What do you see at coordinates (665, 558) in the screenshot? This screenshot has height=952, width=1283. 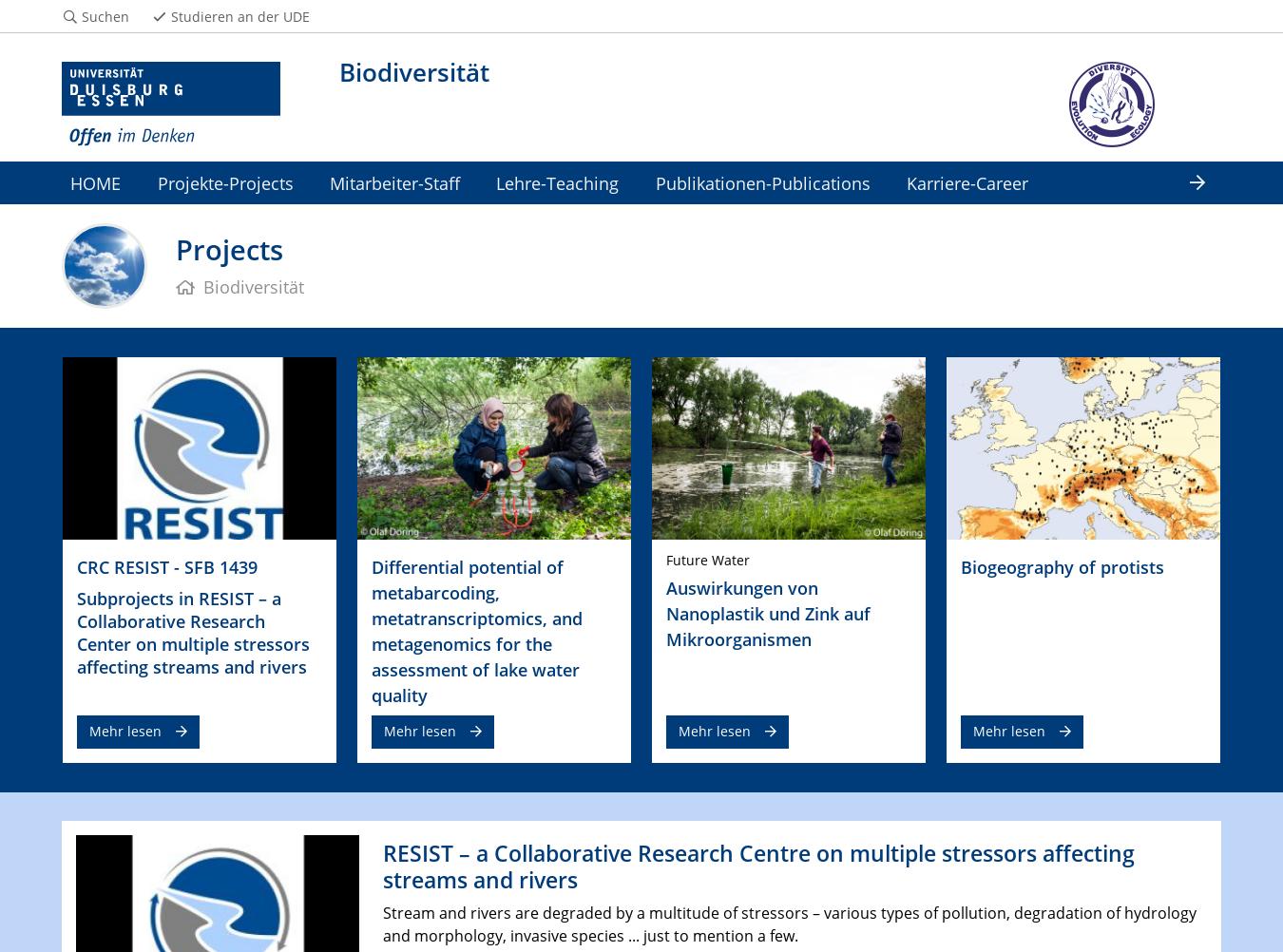 I see `'Future Water'` at bounding box center [665, 558].